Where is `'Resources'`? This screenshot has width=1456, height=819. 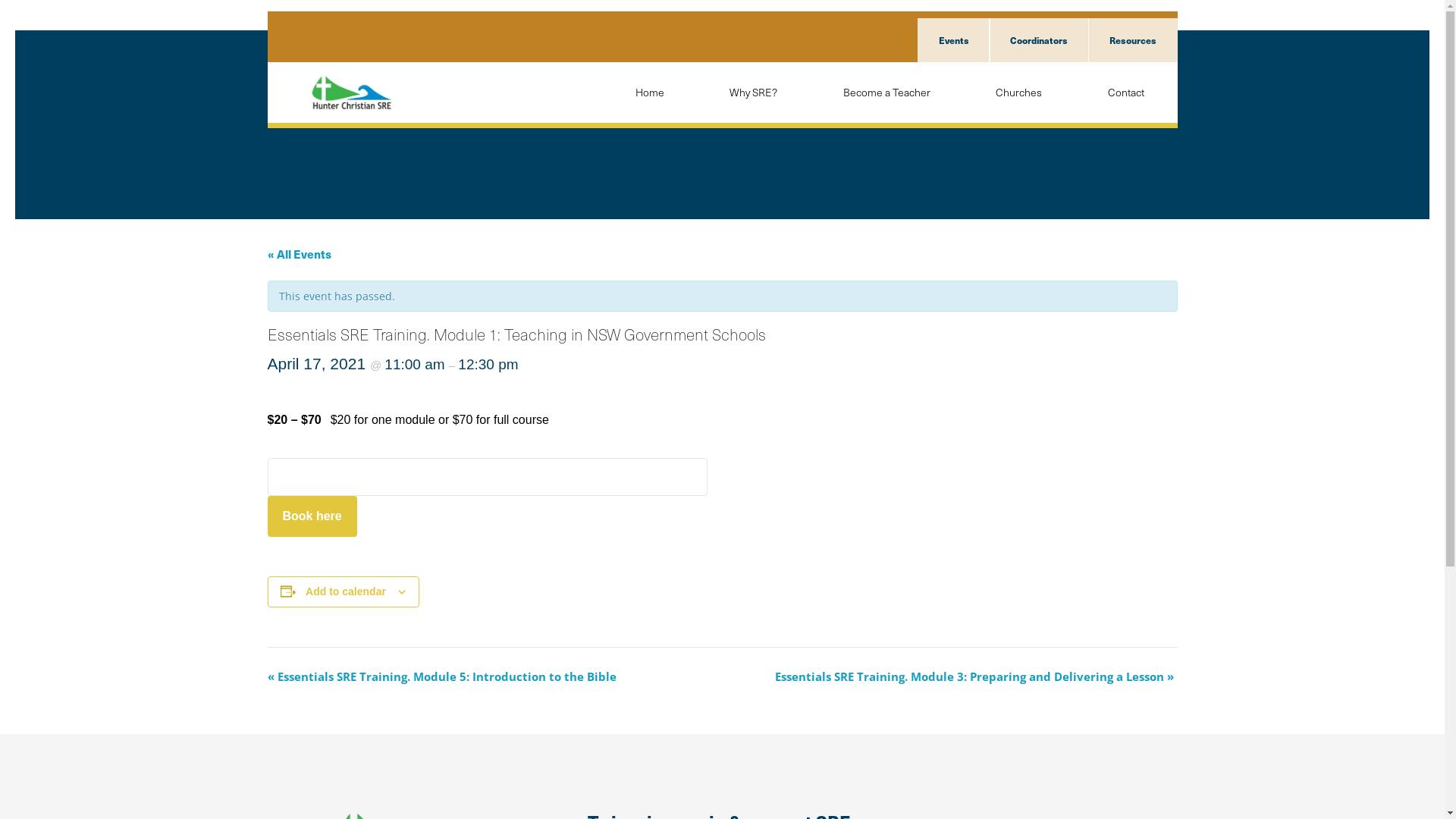
'Resources' is located at coordinates (1131, 39).